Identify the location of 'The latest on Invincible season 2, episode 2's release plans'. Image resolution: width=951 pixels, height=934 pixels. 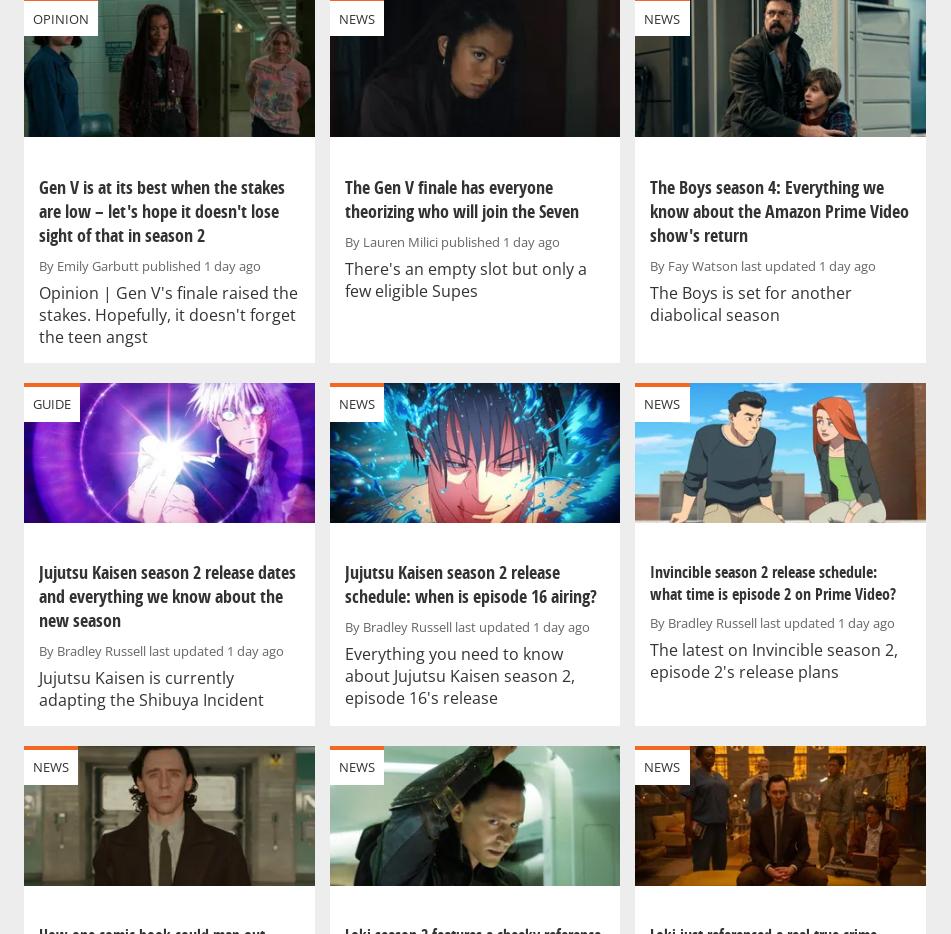
(649, 658).